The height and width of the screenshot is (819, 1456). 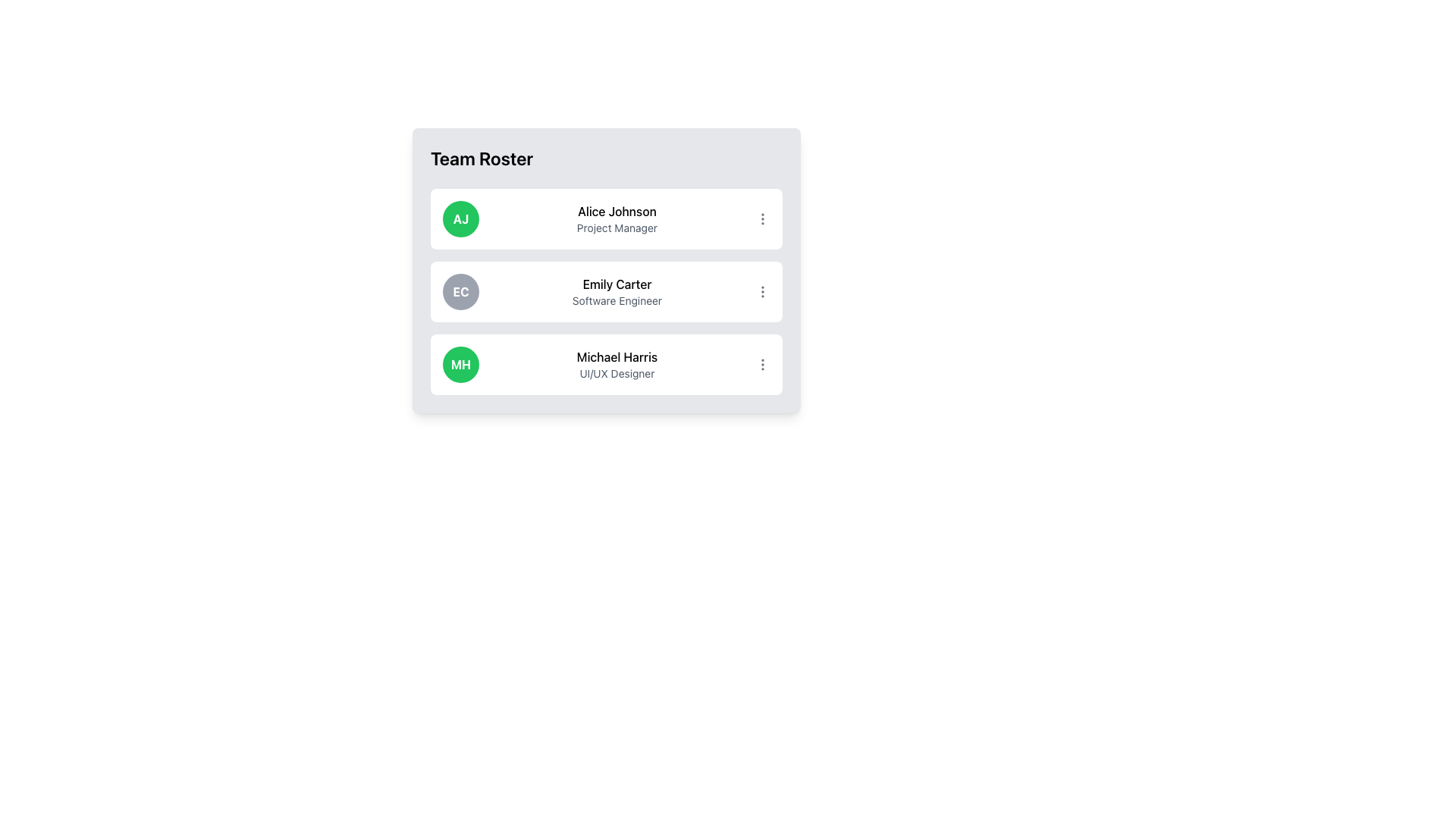 I want to click on the text display of 'Alice Johnson' which shows the name and title in the Team Roster panel, so click(x=617, y=219).